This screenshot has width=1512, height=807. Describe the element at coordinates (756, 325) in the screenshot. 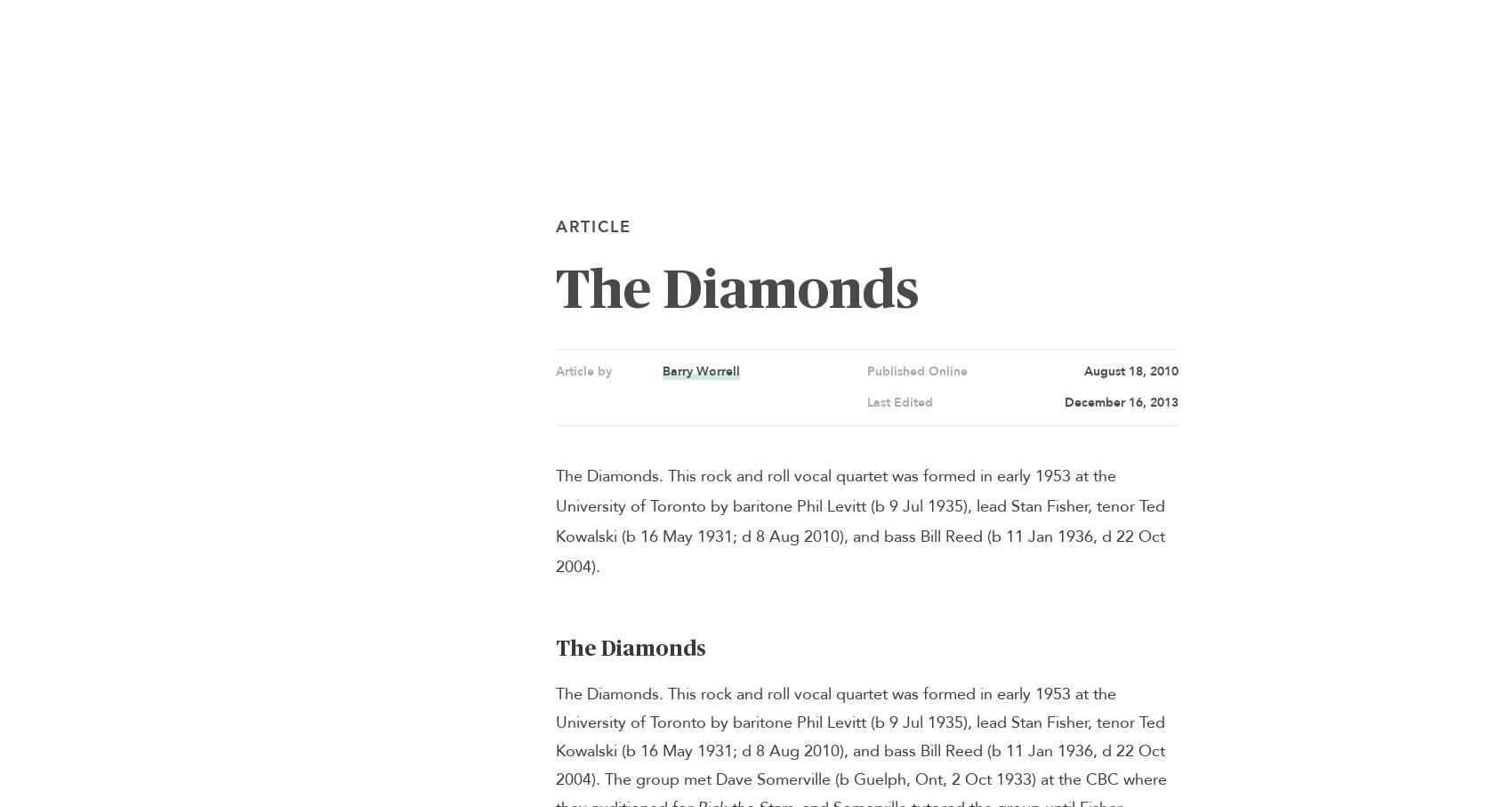

I see `'Search The Canadian Encyclopedia'` at that location.